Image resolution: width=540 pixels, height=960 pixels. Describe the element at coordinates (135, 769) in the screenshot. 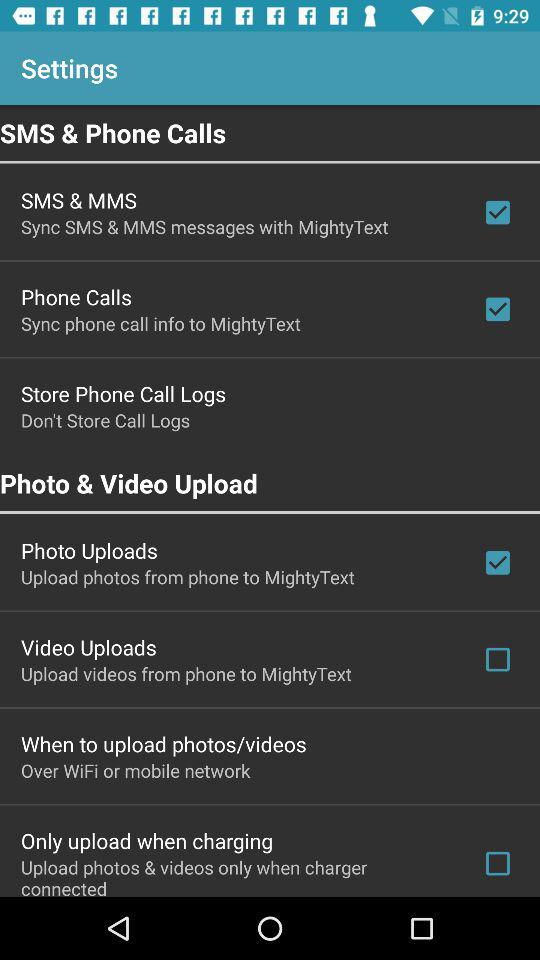

I see `over wifi or app` at that location.